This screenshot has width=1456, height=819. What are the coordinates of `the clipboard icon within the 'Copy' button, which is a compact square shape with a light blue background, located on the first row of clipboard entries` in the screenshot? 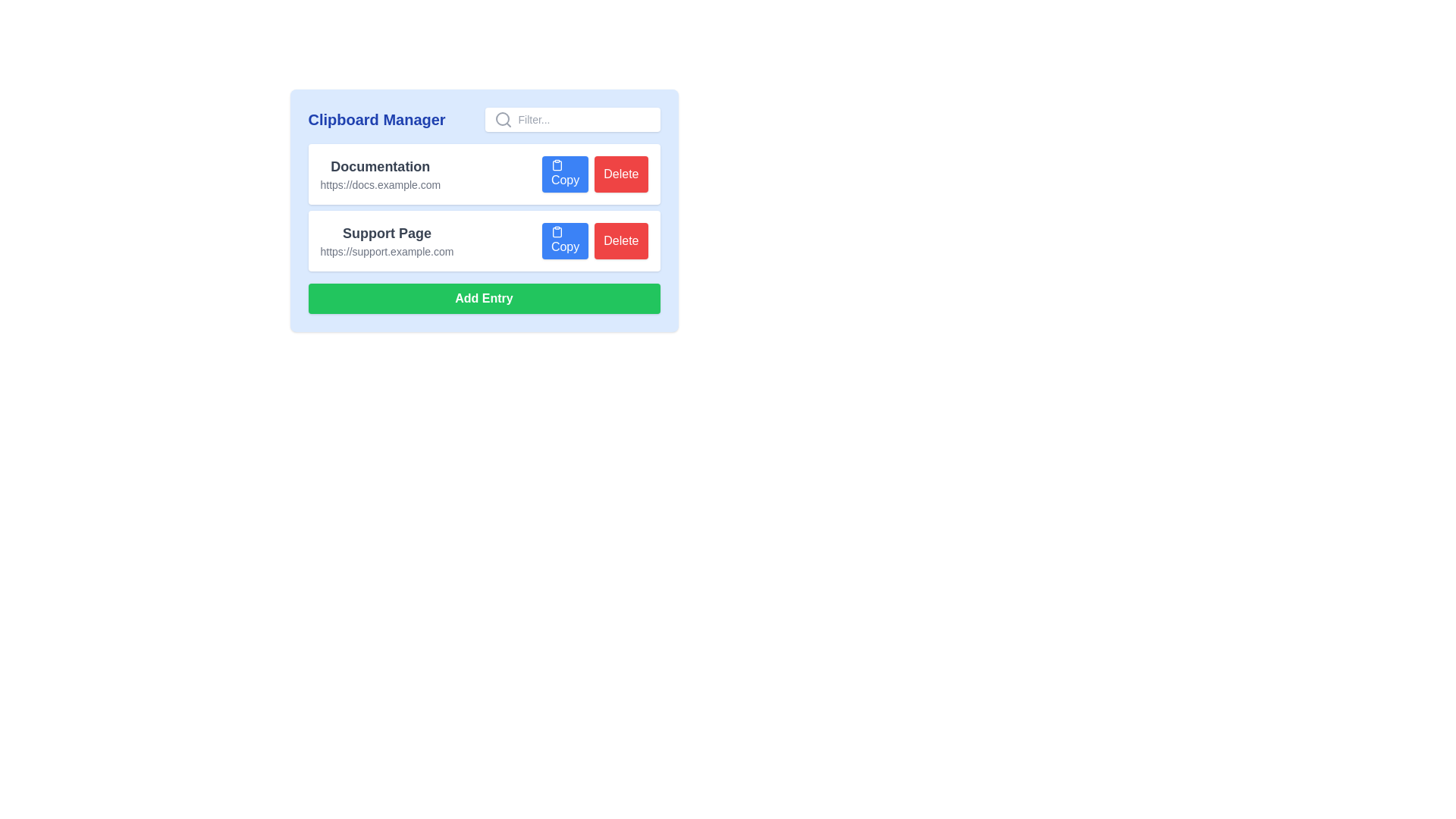 It's located at (556, 165).